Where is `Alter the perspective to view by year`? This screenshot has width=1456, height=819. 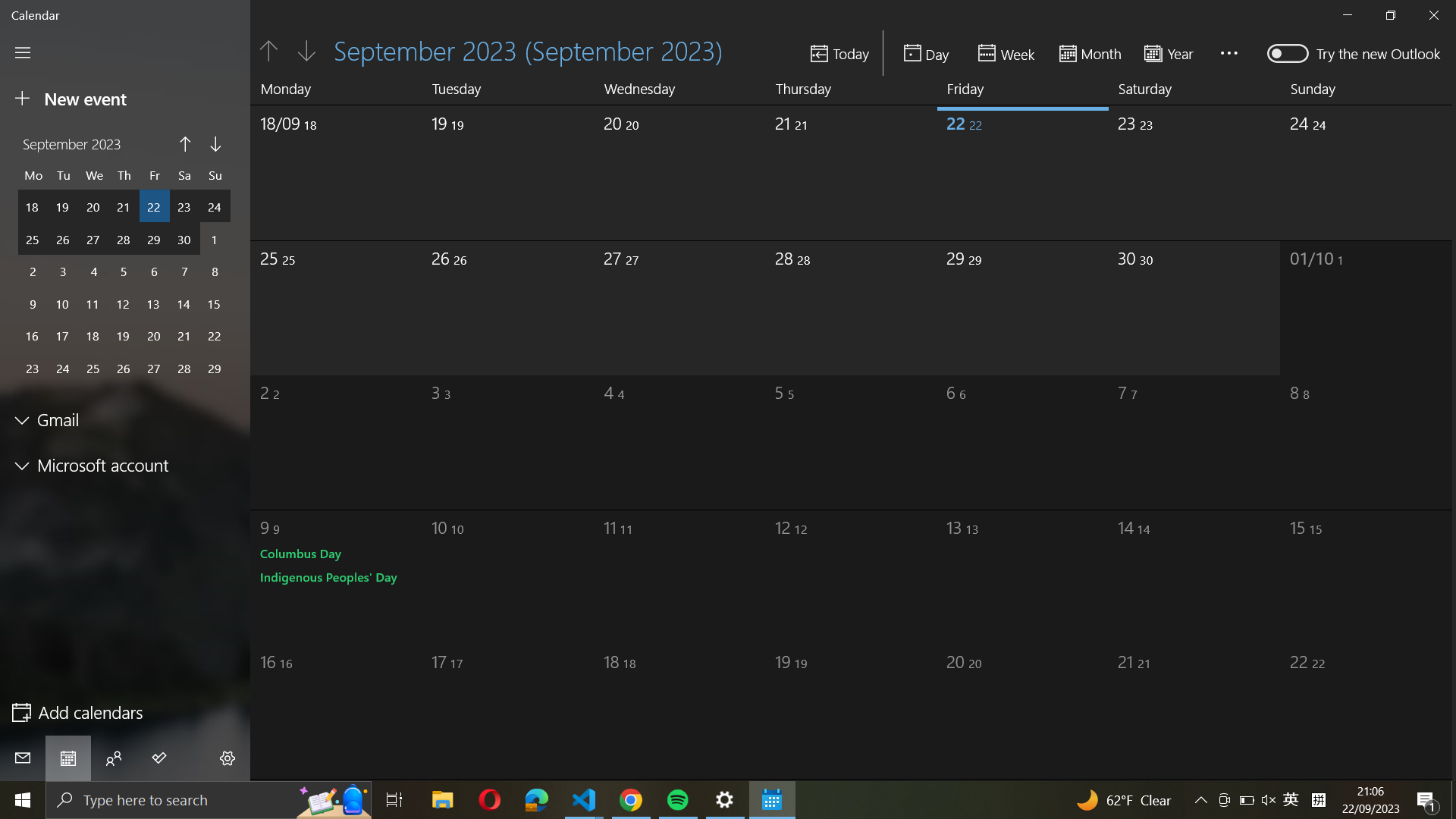 Alter the perspective to view by year is located at coordinates (1173, 52).